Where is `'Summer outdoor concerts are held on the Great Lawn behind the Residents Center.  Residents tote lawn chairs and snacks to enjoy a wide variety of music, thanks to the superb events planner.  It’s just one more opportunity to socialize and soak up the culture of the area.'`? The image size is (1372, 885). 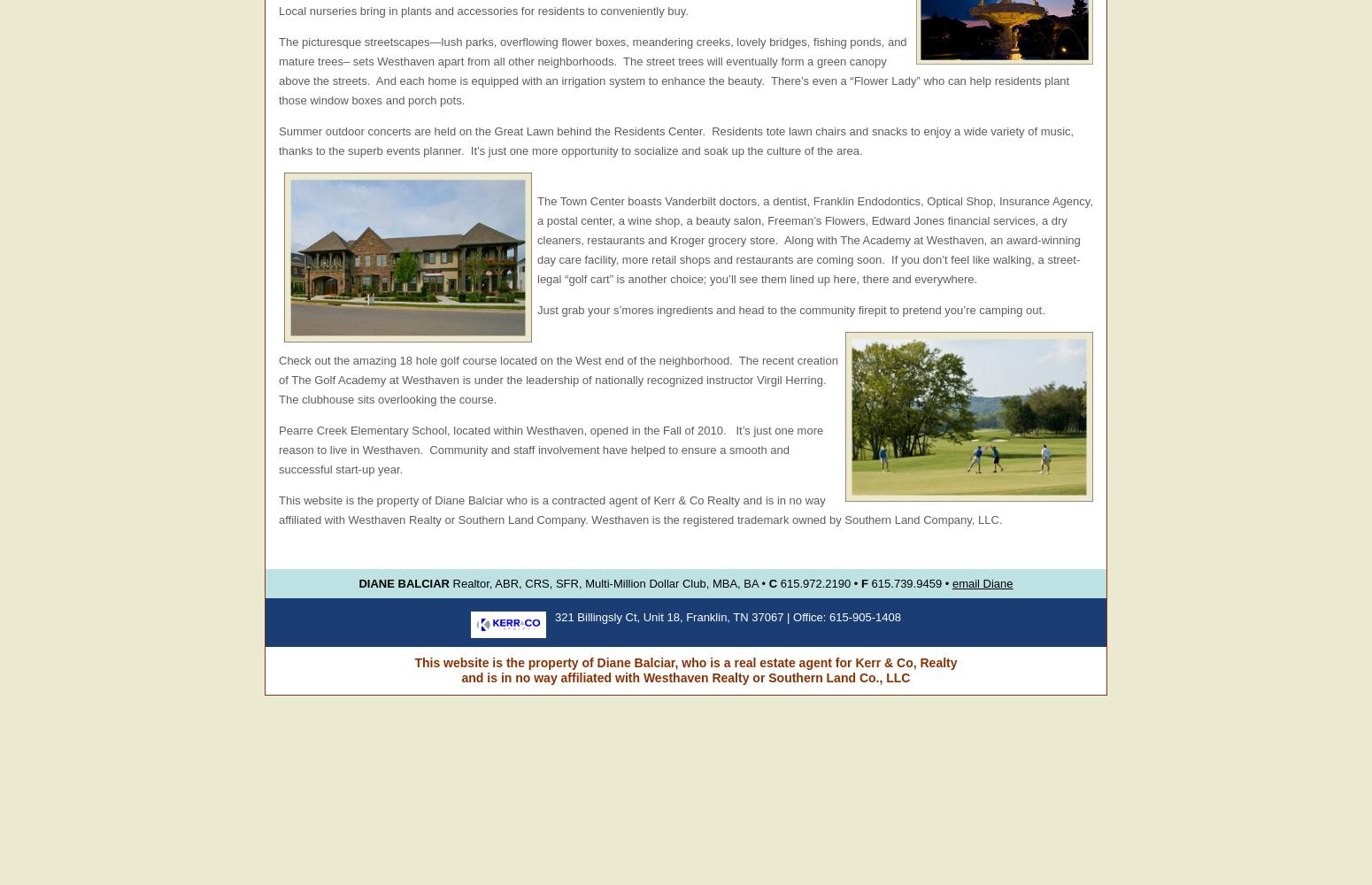 'Summer outdoor concerts are held on the Great Lawn behind the Residents Center.  Residents tote lawn chairs and snacks to enjoy a wide variety of music, thanks to the superb events planner.  It’s just one more opportunity to socialize and soak up the culture of the area.' is located at coordinates (675, 141).